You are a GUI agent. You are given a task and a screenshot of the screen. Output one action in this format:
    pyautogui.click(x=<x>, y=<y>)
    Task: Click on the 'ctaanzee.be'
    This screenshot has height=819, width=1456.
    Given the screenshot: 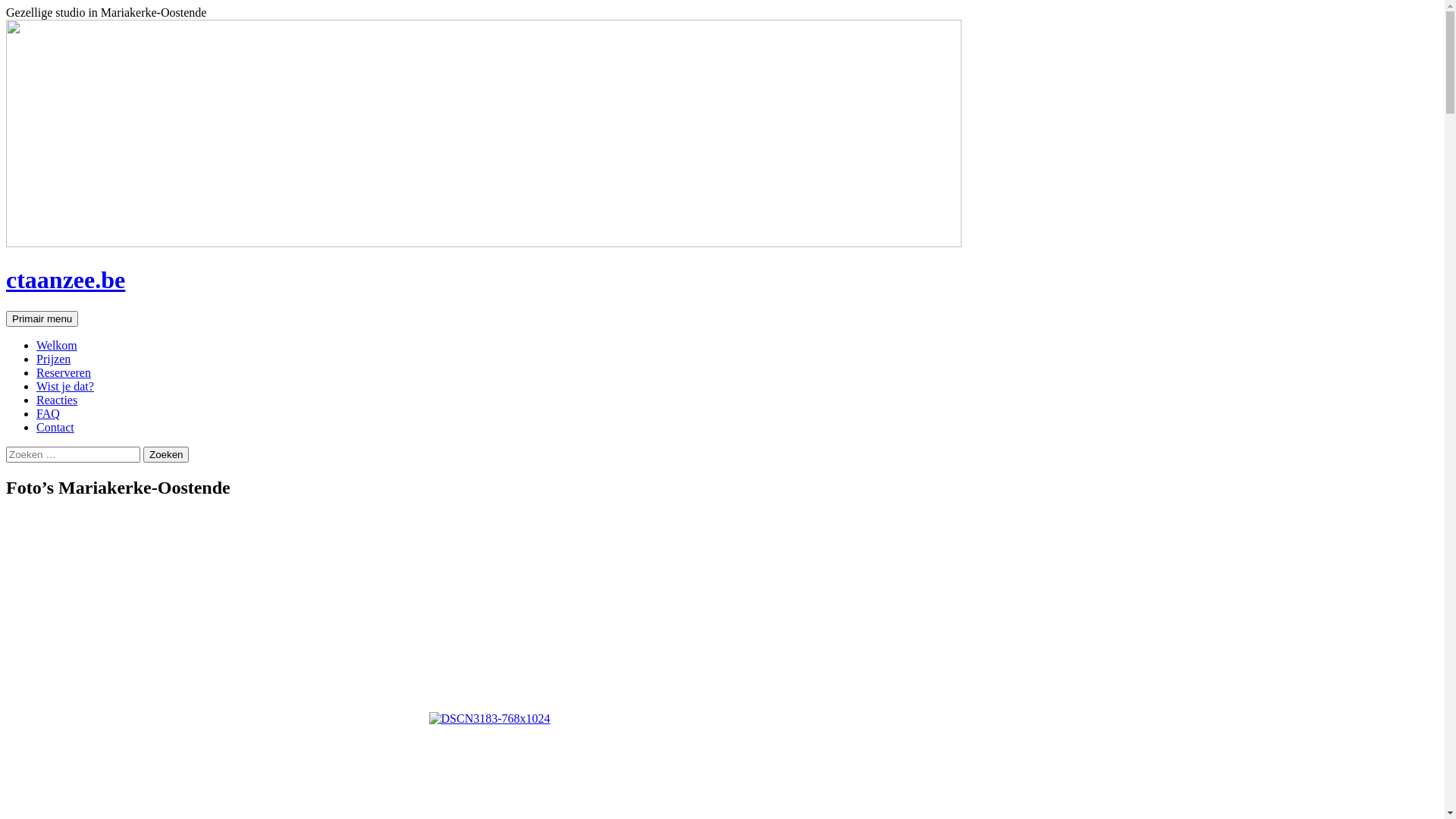 What is the action you would take?
    pyautogui.click(x=64, y=280)
    